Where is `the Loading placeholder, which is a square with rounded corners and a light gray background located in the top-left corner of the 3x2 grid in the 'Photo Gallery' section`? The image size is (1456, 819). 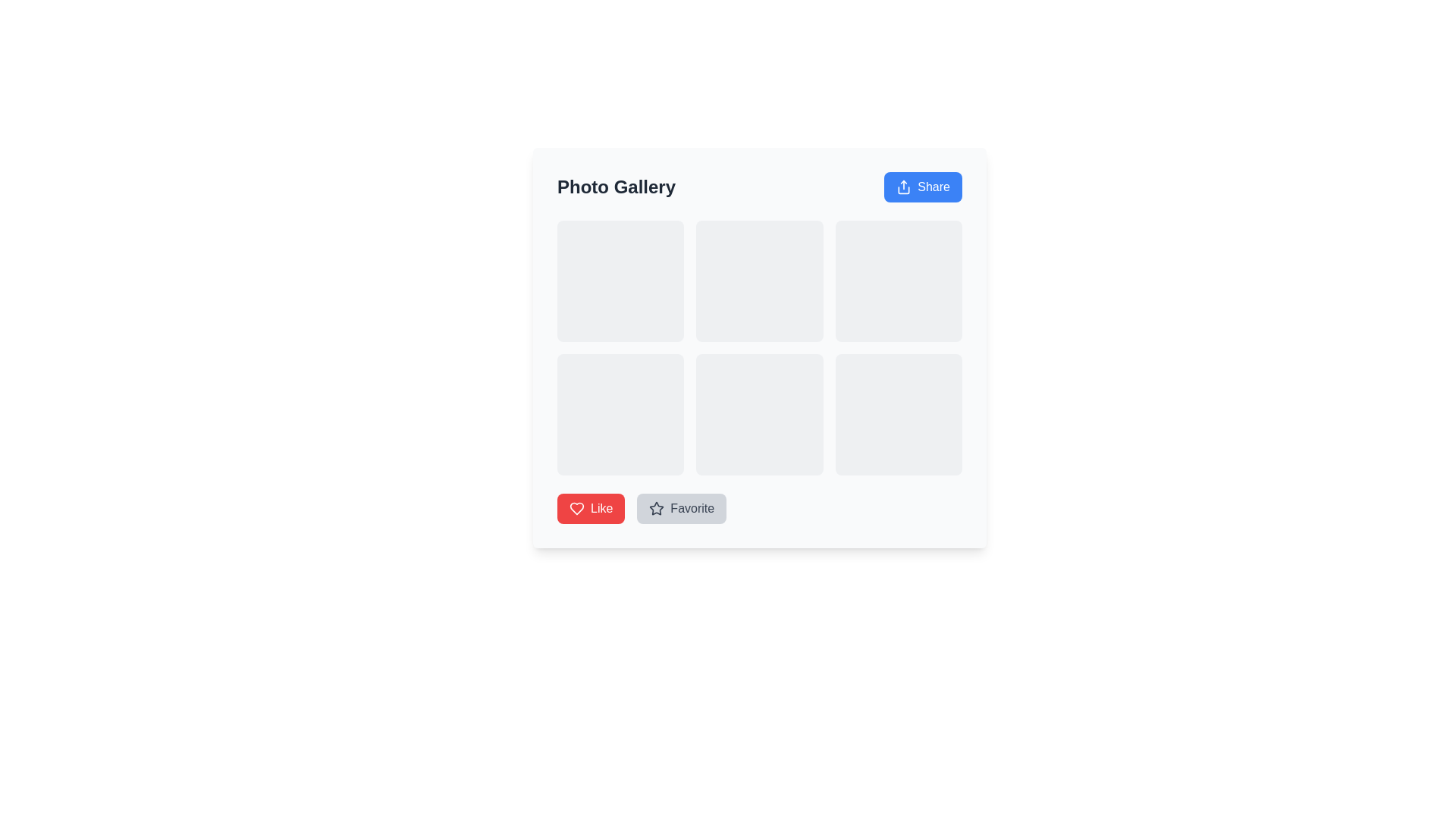
the Loading placeholder, which is a square with rounded corners and a light gray background located in the top-left corner of the 3x2 grid in the 'Photo Gallery' section is located at coordinates (620, 281).